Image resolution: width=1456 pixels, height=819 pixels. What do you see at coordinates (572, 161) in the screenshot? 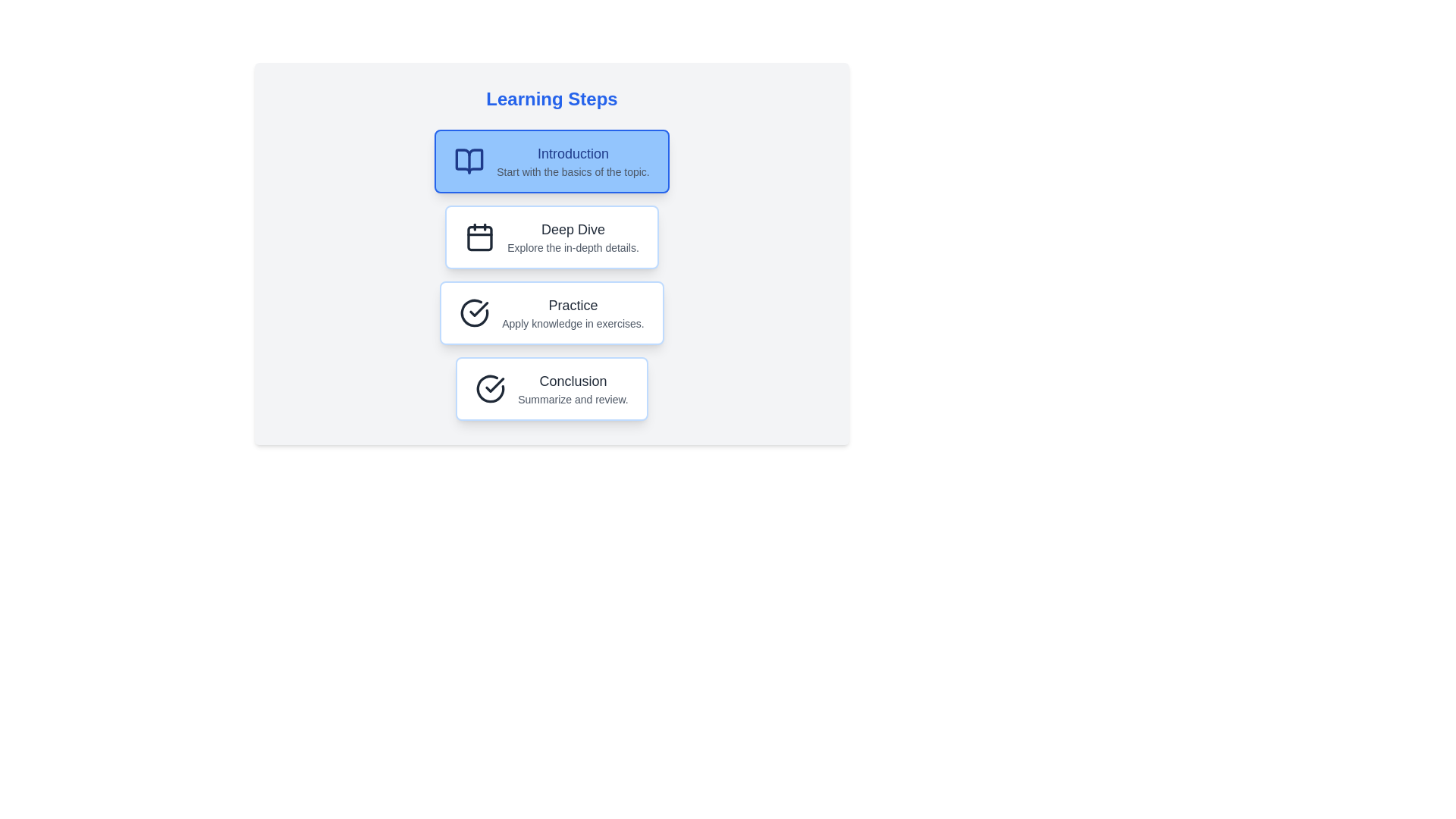
I see `the text-based UI element serving as a header and description for the introductory step in the learning process, located at the top of a vertical list in a light blue rectangular section, to access adjacent elements labeled 'Deep Dive,' 'Practice,' and 'Conclusion.'` at bounding box center [572, 161].